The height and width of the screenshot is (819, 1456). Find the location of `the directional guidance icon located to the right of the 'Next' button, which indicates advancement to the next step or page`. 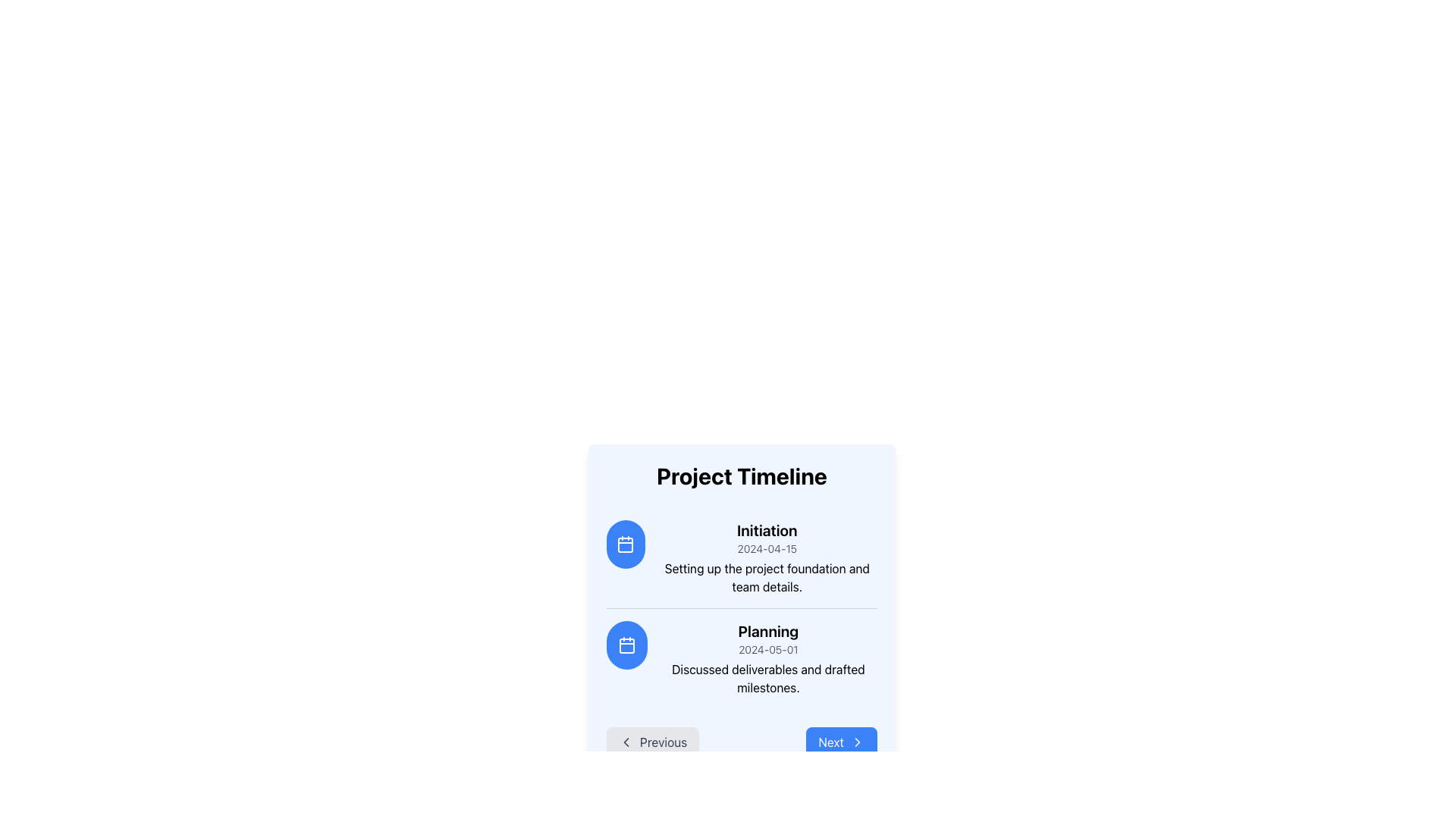

the directional guidance icon located to the right of the 'Next' button, which indicates advancement to the next step or page is located at coordinates (858, 742).